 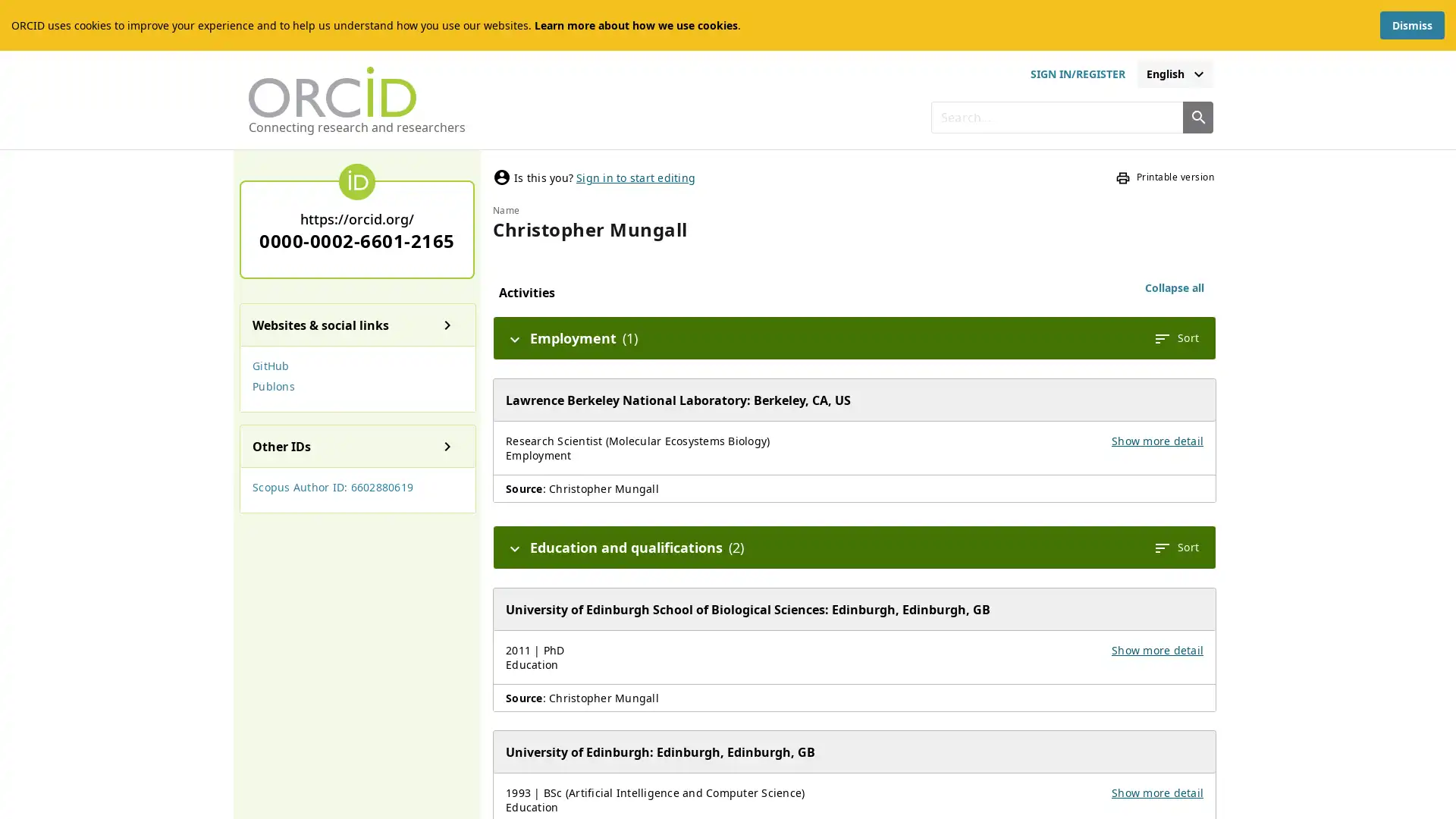 What do you see at coordinates (1197, 116) in the screenshot?
I see `Search` at bounding box center [1197, 116].